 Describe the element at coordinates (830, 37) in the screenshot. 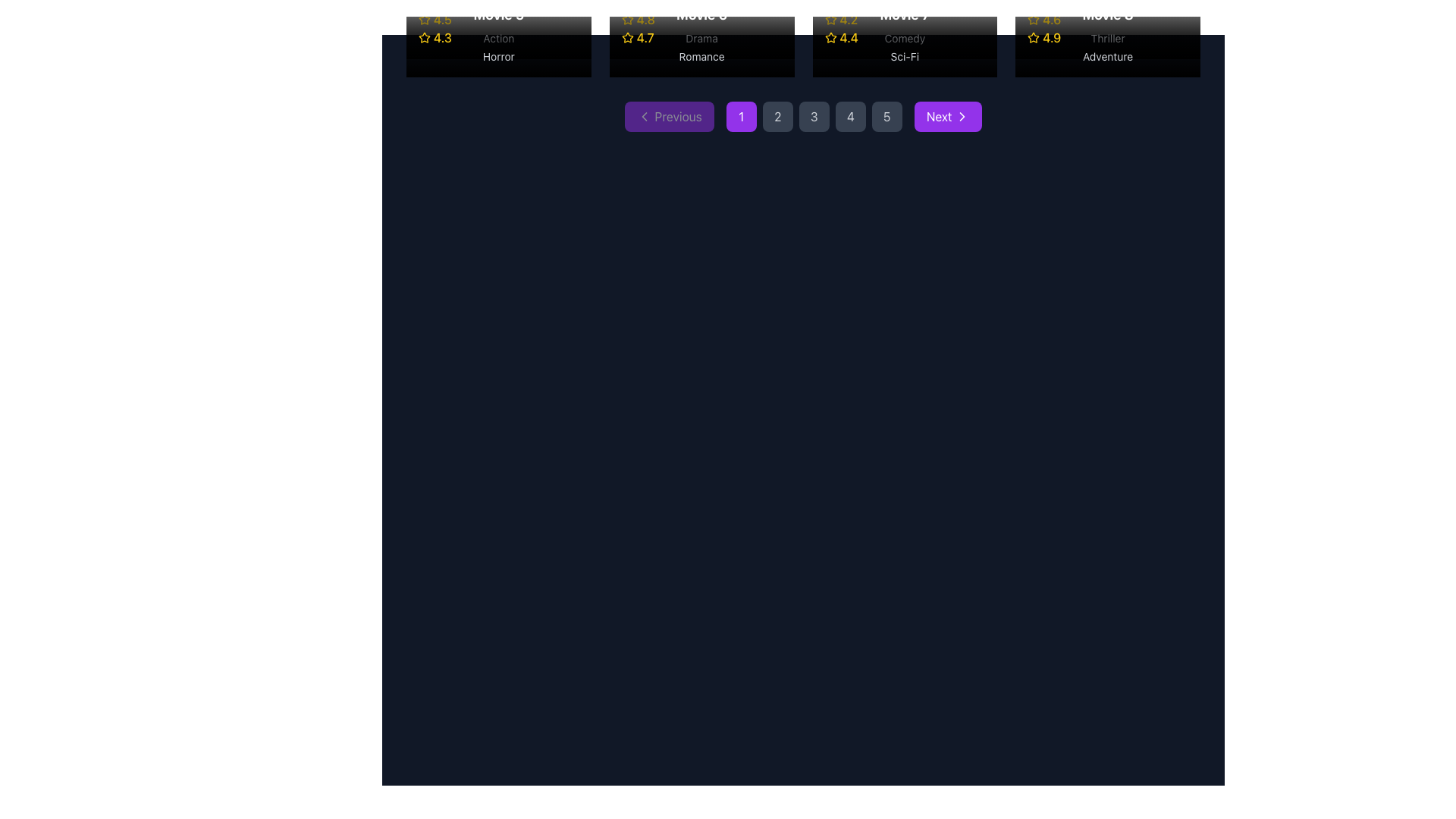

I see `the star icon representing a movie rating of '4.4', located in the upper section of the interface, to the left of the numerical score` at that location.